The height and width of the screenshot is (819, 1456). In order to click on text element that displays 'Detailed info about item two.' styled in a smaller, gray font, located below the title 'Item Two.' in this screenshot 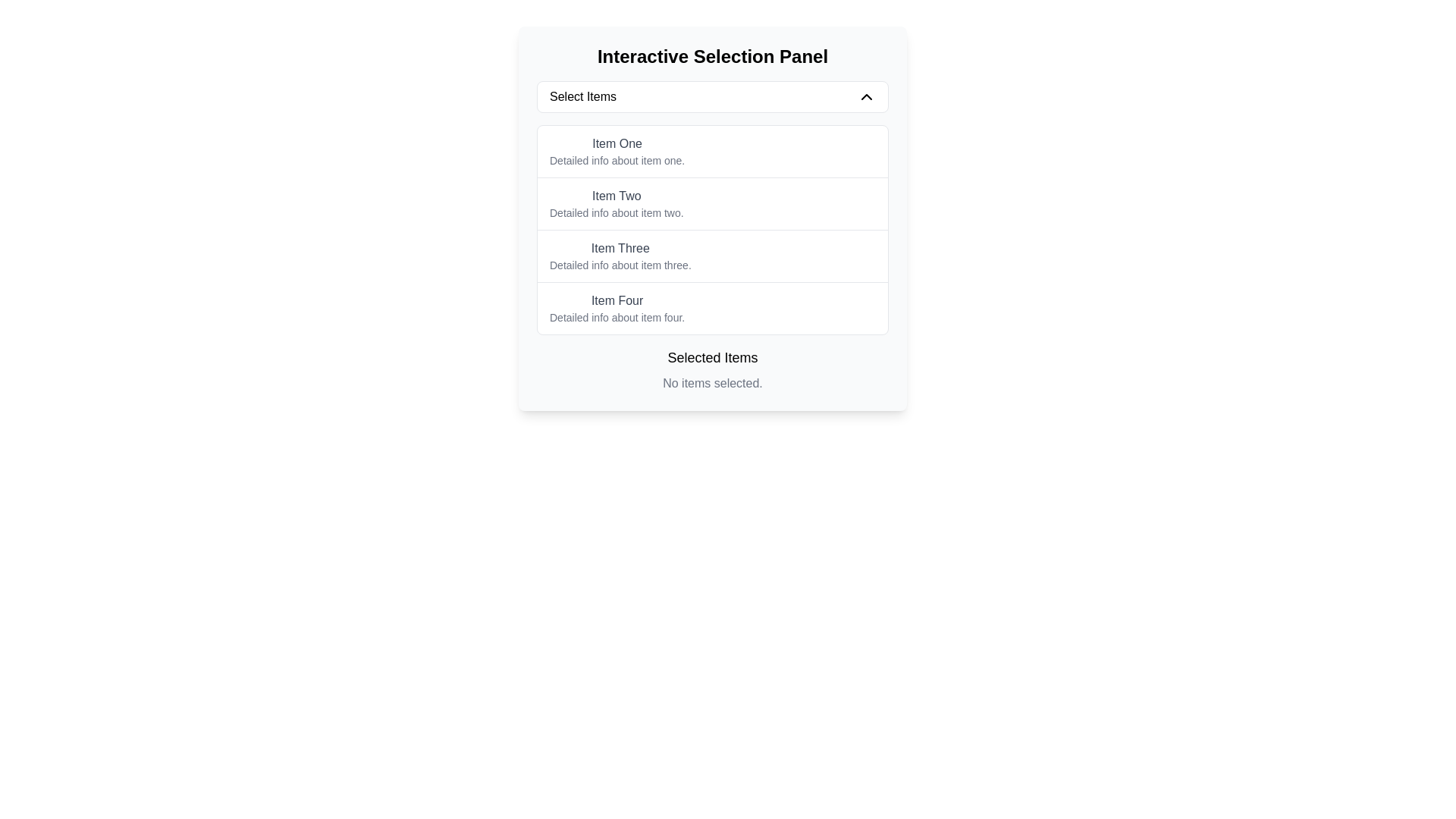, I will do `click(617, 213)`.